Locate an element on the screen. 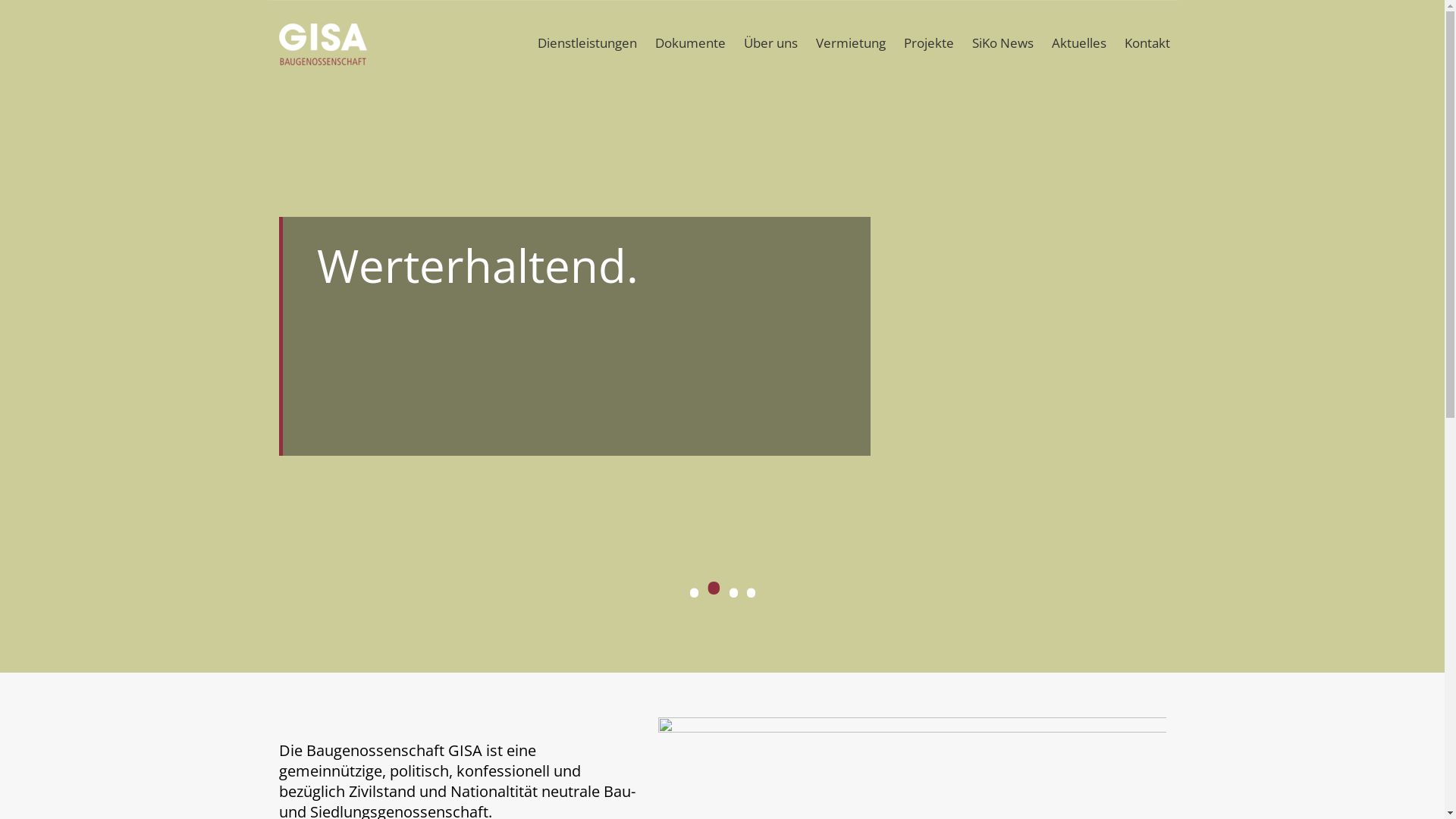 The height and width of the screenshot is (819, 1456). 'Kontakt' is located at coordinates (1147, 42).